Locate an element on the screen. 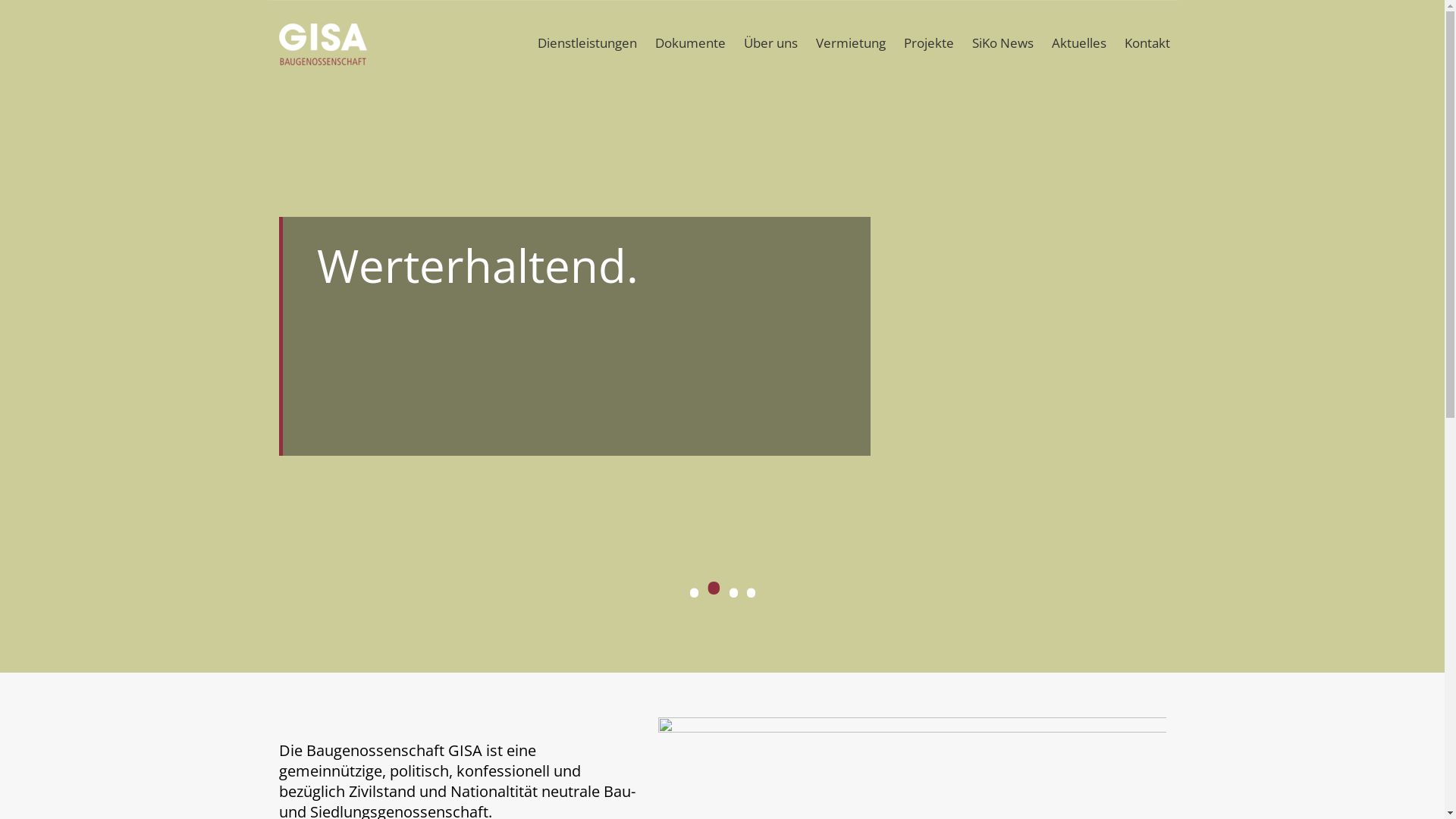 The height and width of the screenshot is (819, 1456). 'Kontakt' is located at coordinates (1147, 42).